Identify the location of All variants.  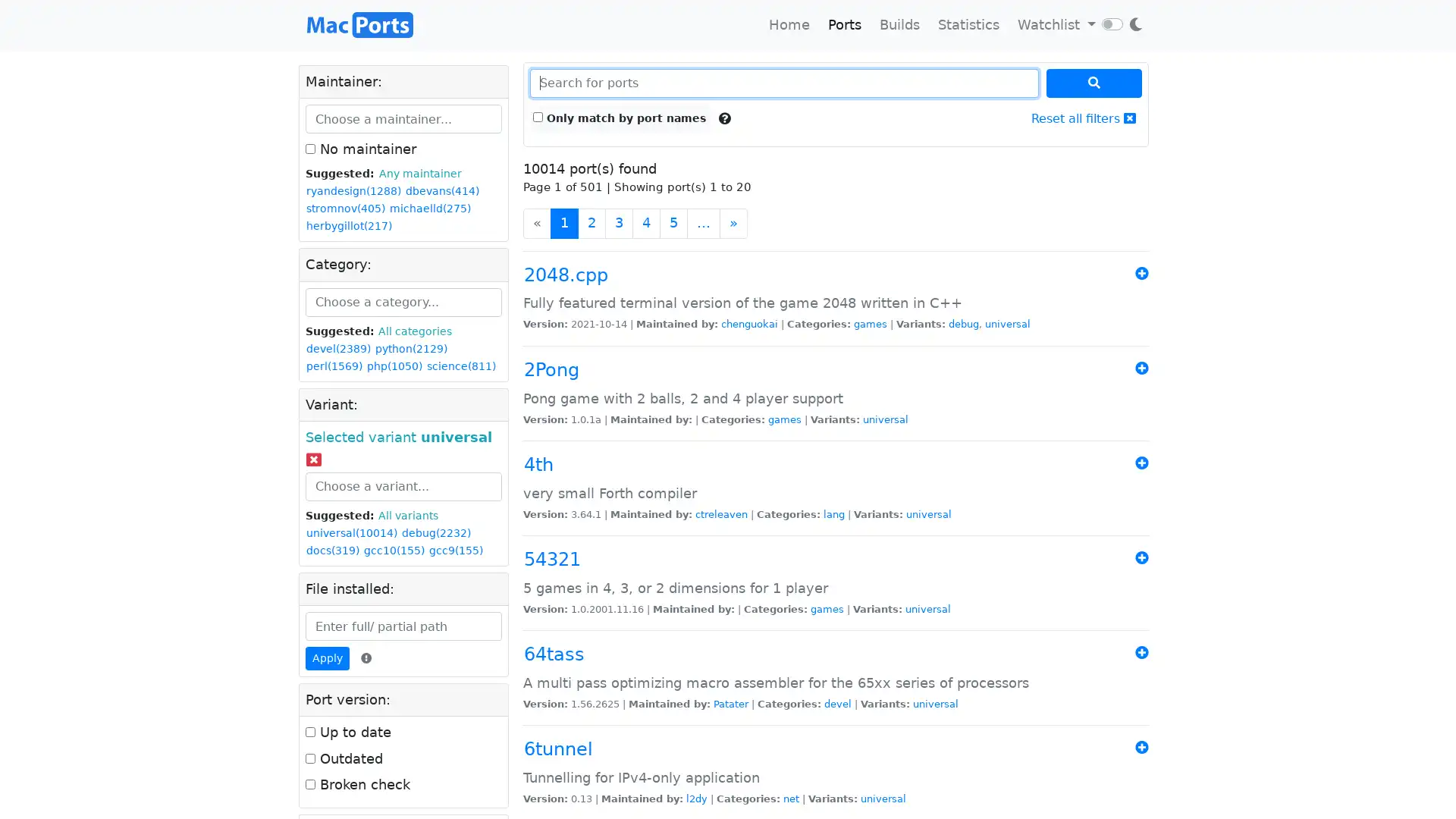
(408, 514).